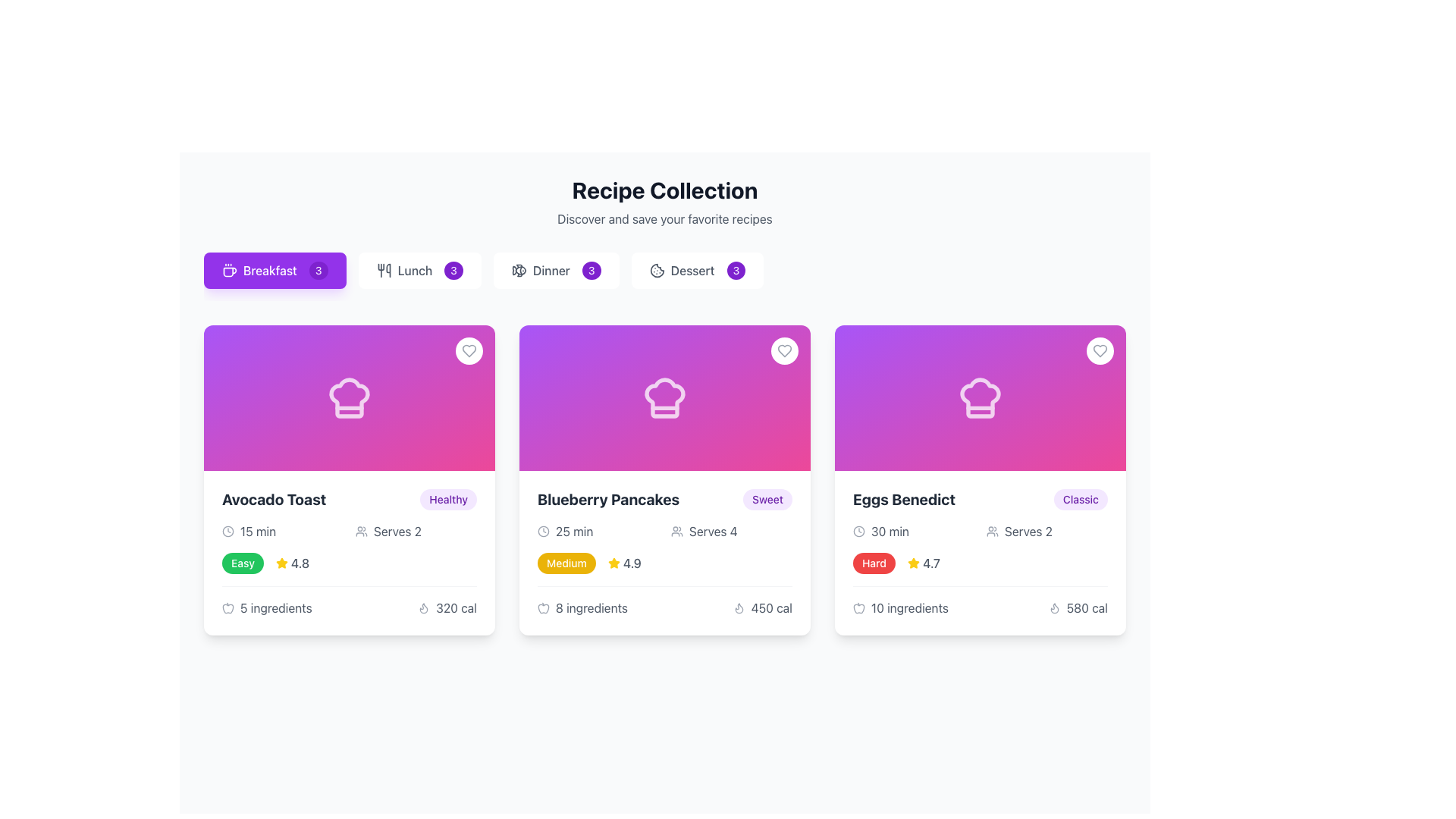  Describe the element at coordinates (930, 563) in the screenshot. I see `the static text label displaying the numeric rating '4.7', which is styled with a gray color and medium font weight, located to the right of the yellow star icon in the card for 'Eggs Benedict'` at that location.